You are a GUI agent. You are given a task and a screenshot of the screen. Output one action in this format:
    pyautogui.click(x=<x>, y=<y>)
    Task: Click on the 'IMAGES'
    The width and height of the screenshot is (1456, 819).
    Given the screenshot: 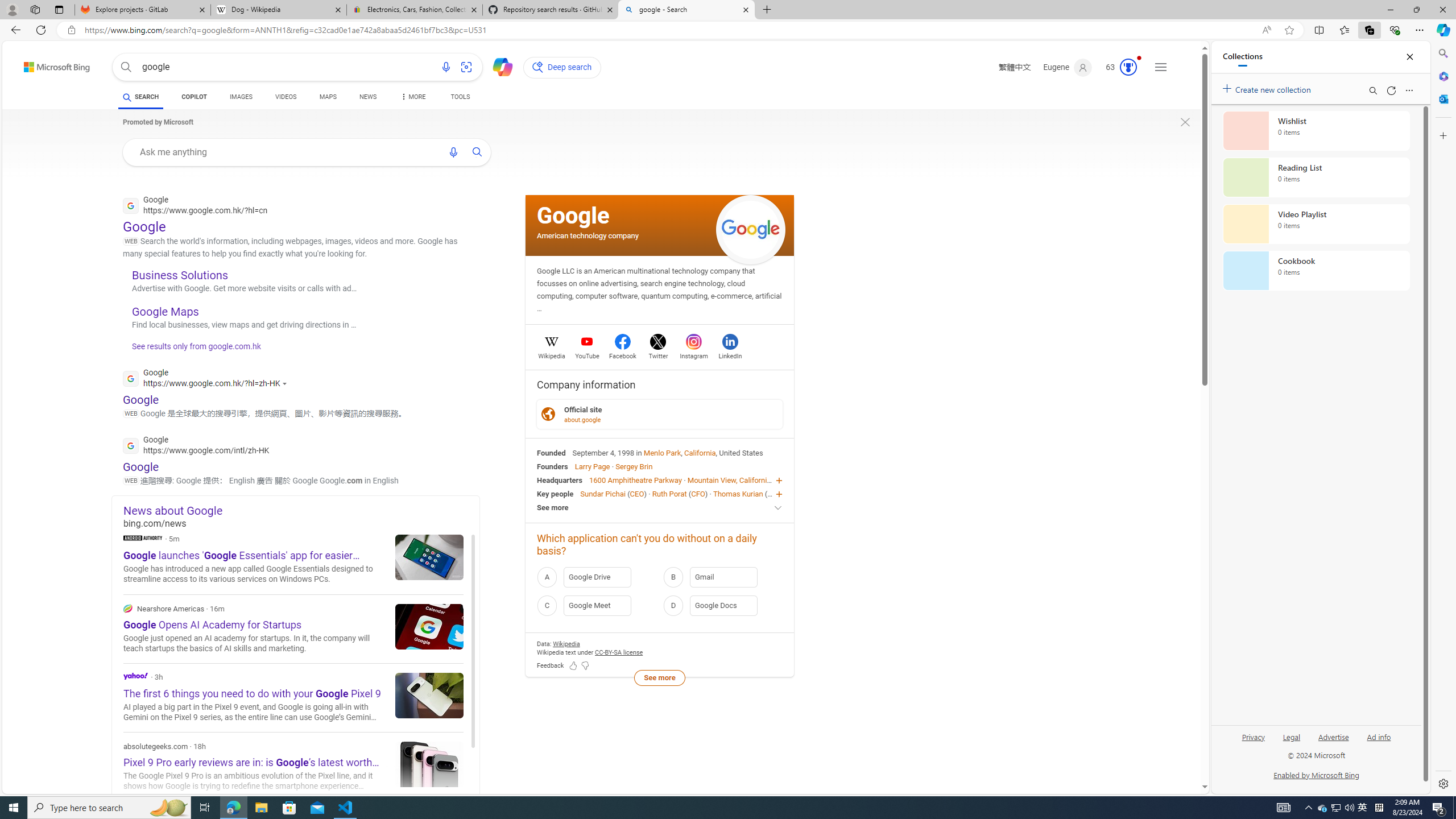 What is the action you would take?
    pyautogui.click(x=241, y=96)
    